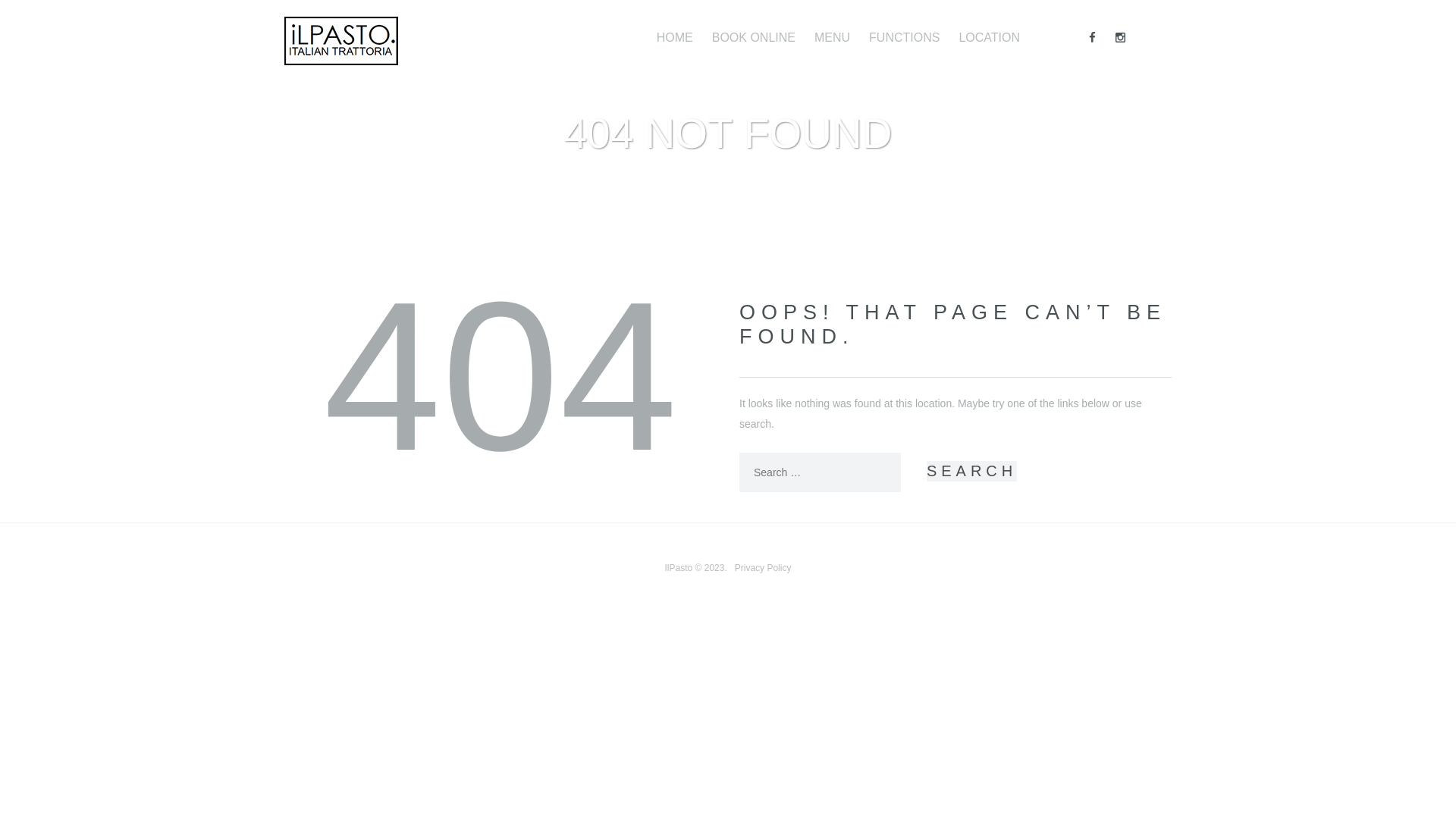  Describe the element at coordinates (989, 37) in the screenshot. I see `'LOCATION'` at that location.